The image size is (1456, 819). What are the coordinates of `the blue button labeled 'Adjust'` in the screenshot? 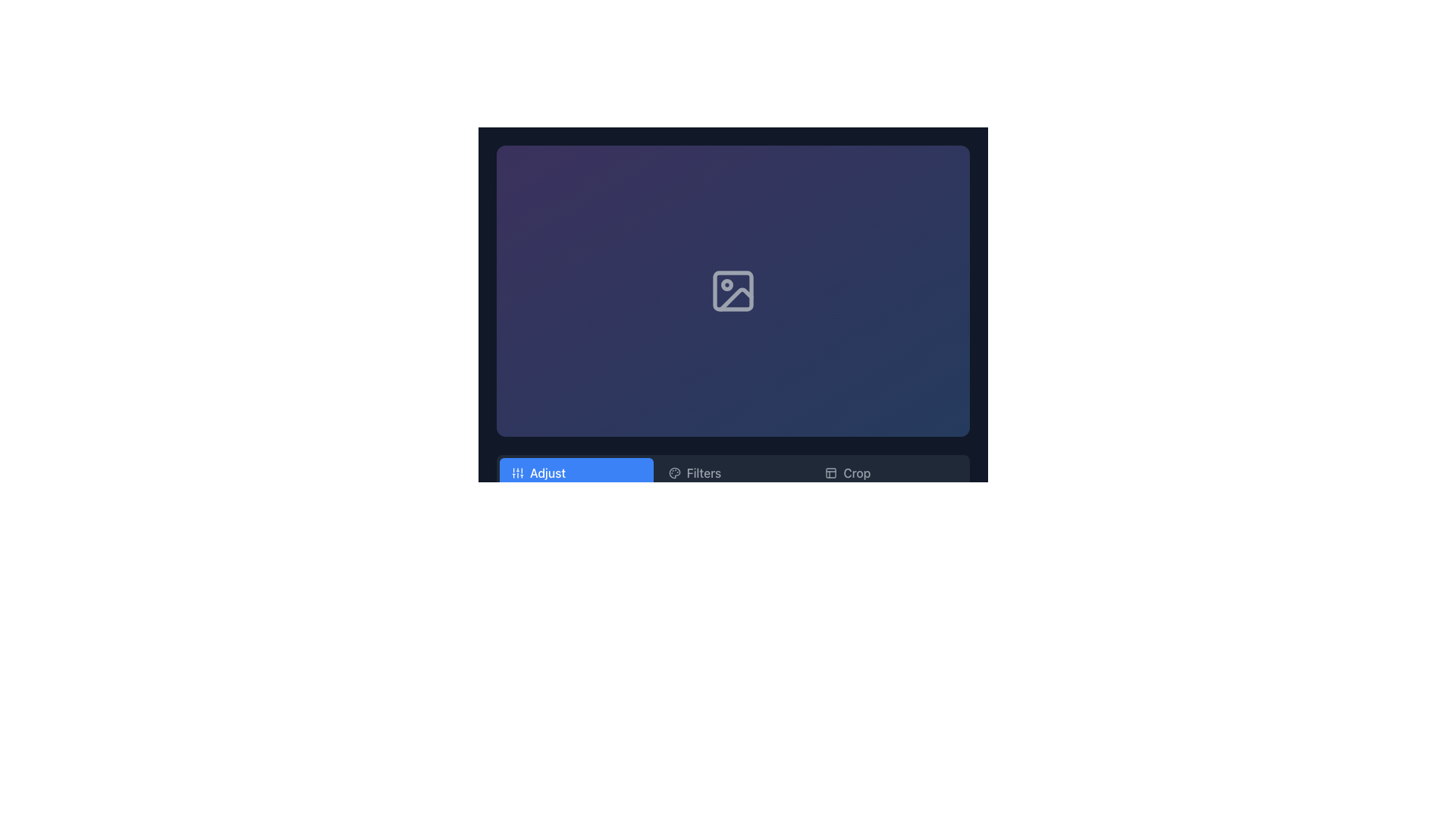 It's located at (576, 472).